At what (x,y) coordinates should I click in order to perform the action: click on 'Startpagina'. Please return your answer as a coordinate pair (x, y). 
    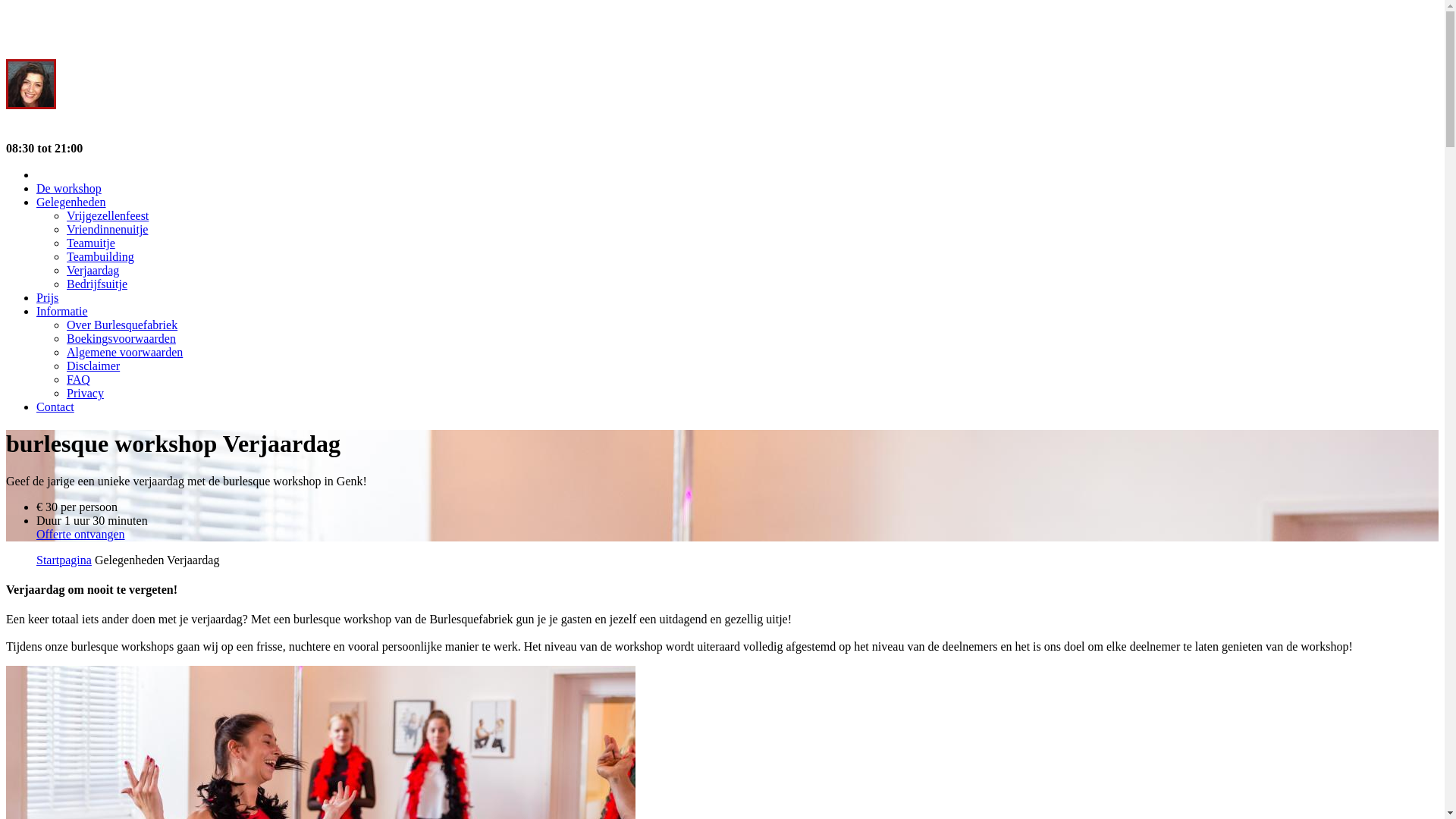
    Looking at the image, I should click on (63, 560).